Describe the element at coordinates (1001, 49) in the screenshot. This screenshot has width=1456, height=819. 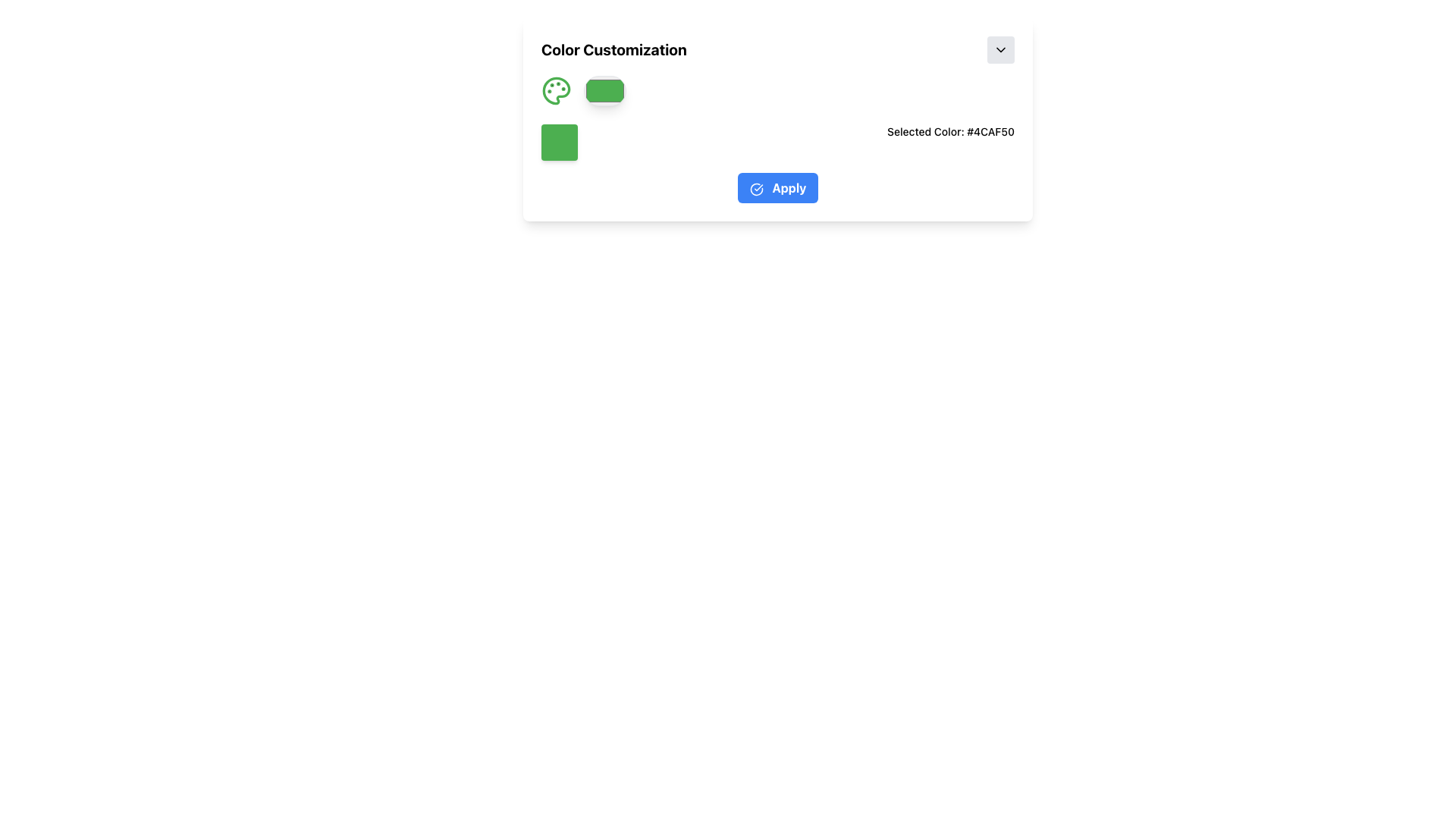
I see `the button with a light gray background and a downward-facing chevron icon located` at that location.